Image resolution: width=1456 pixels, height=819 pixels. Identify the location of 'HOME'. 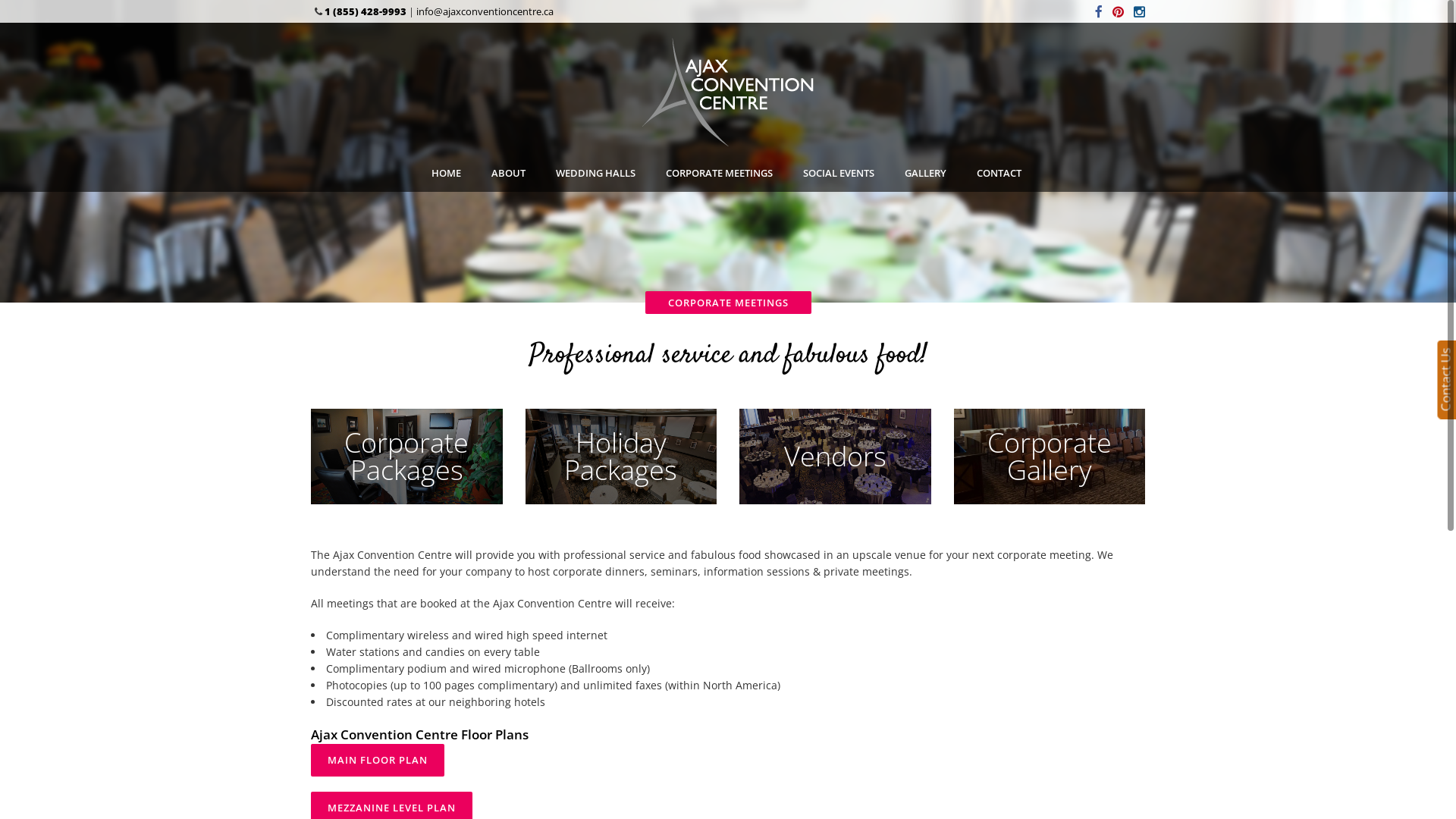
(445, 171).